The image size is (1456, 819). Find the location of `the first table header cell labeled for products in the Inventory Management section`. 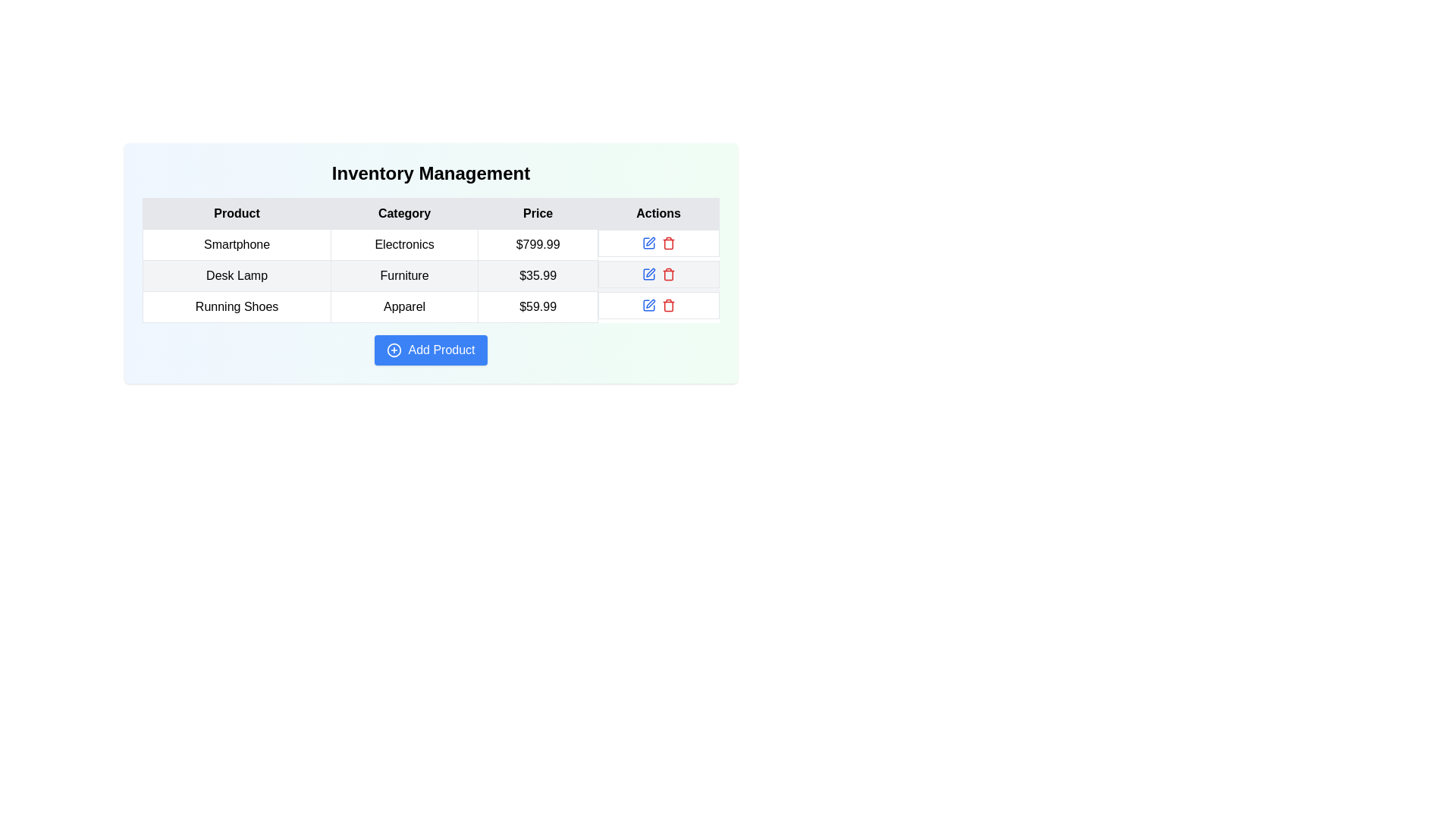

the first table header cell labeled for products in the Inventory Management section is located at coordinates (236, 213).